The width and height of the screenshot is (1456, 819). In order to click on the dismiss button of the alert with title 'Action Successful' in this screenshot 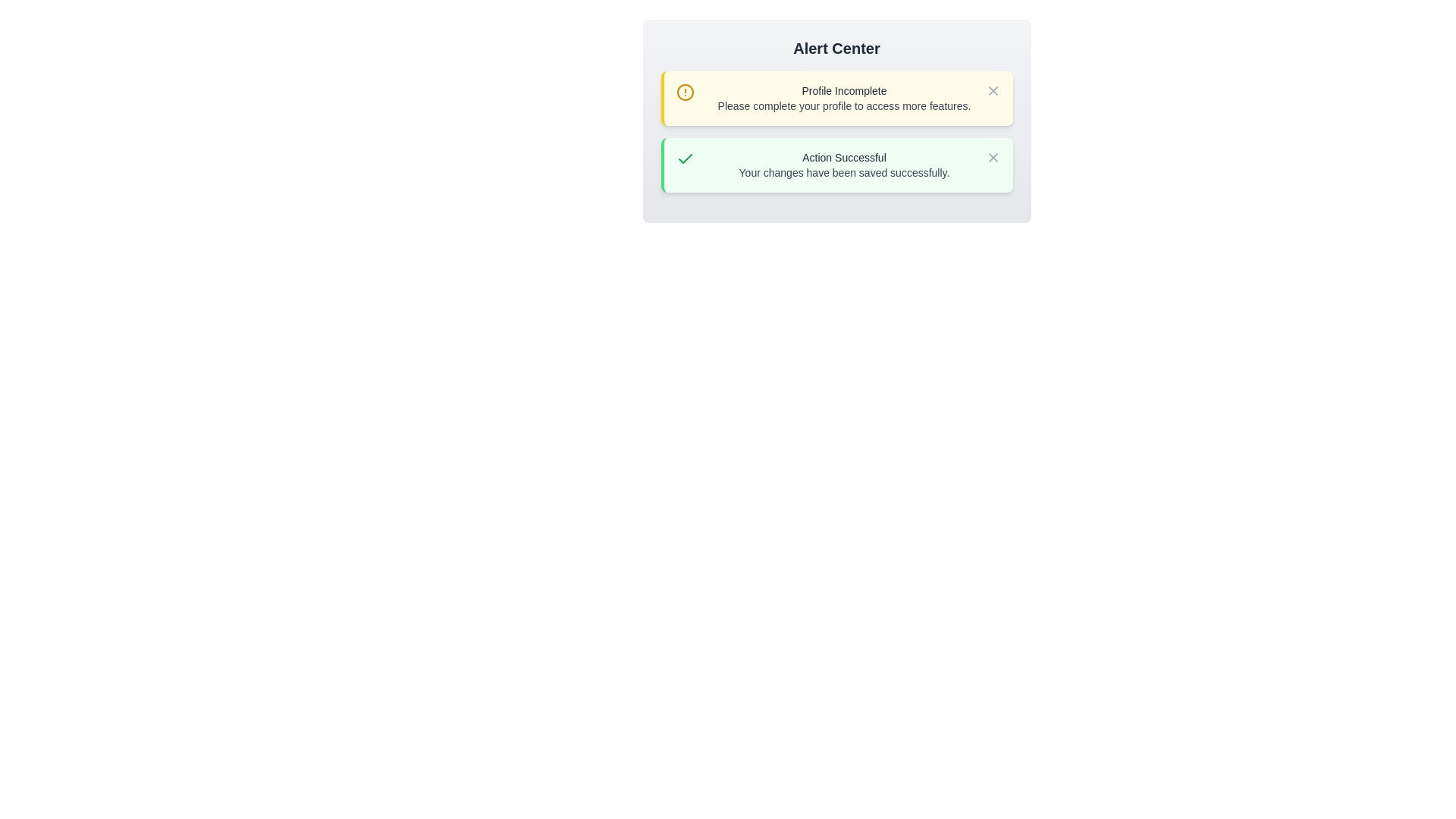, I will do `click(993, 158)`.